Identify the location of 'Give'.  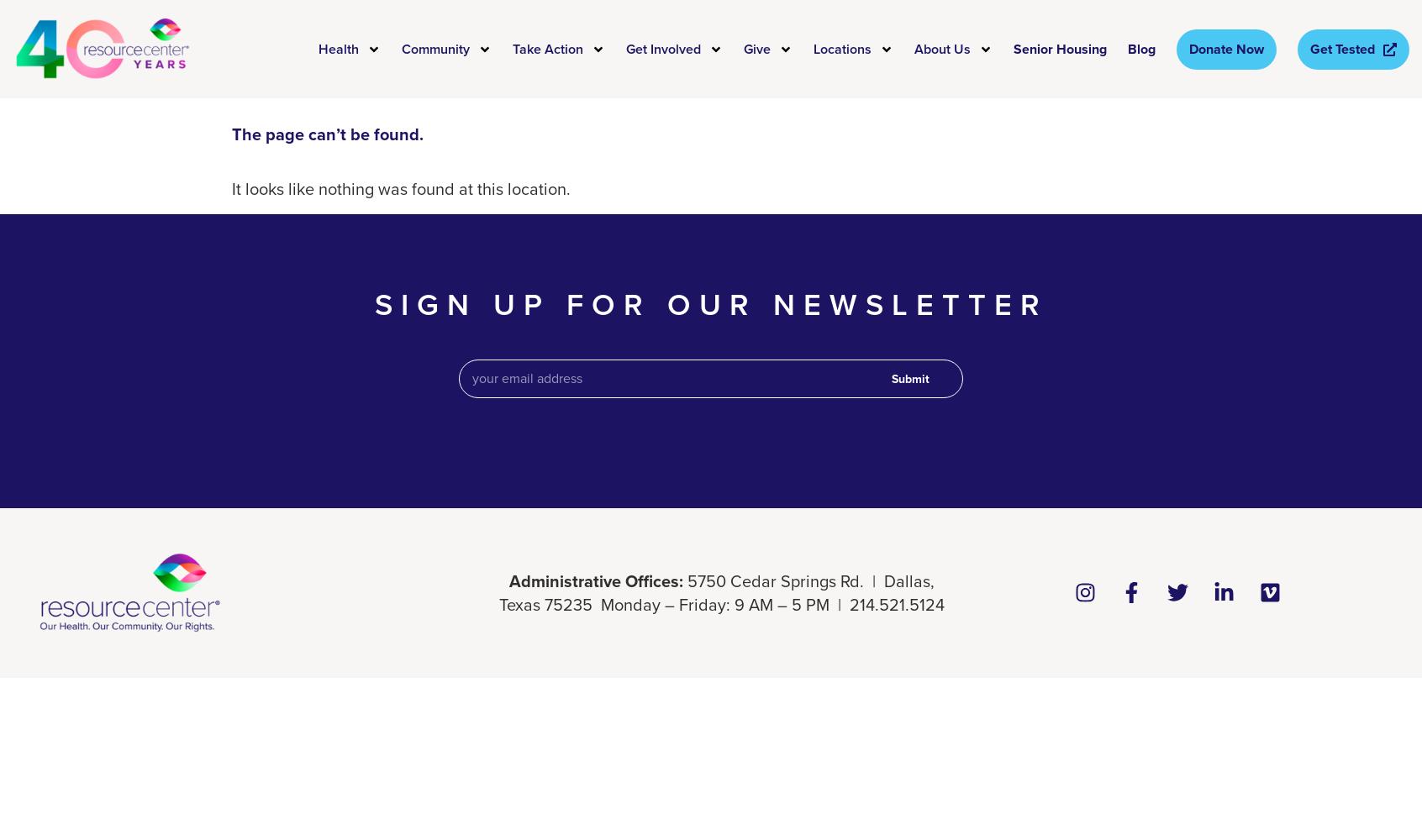
(756, 48).